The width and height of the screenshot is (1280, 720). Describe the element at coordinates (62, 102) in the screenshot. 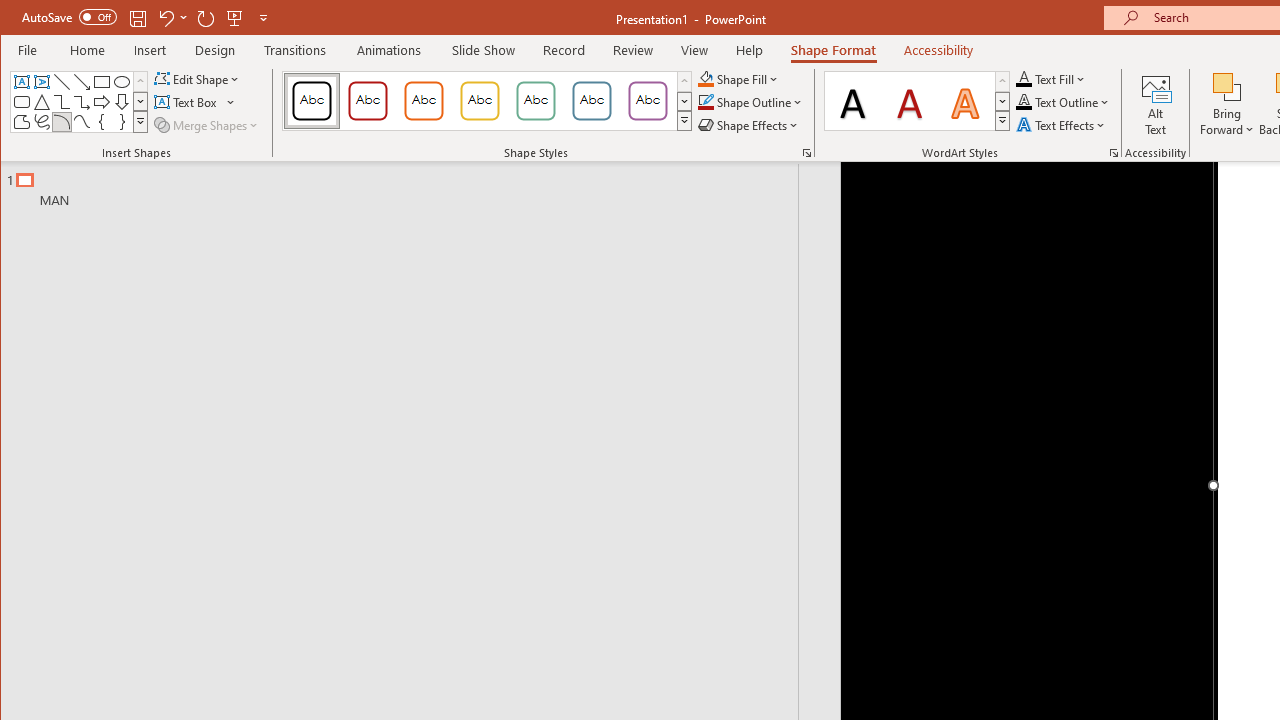

I see `'Connector: Elbow'` at that location.